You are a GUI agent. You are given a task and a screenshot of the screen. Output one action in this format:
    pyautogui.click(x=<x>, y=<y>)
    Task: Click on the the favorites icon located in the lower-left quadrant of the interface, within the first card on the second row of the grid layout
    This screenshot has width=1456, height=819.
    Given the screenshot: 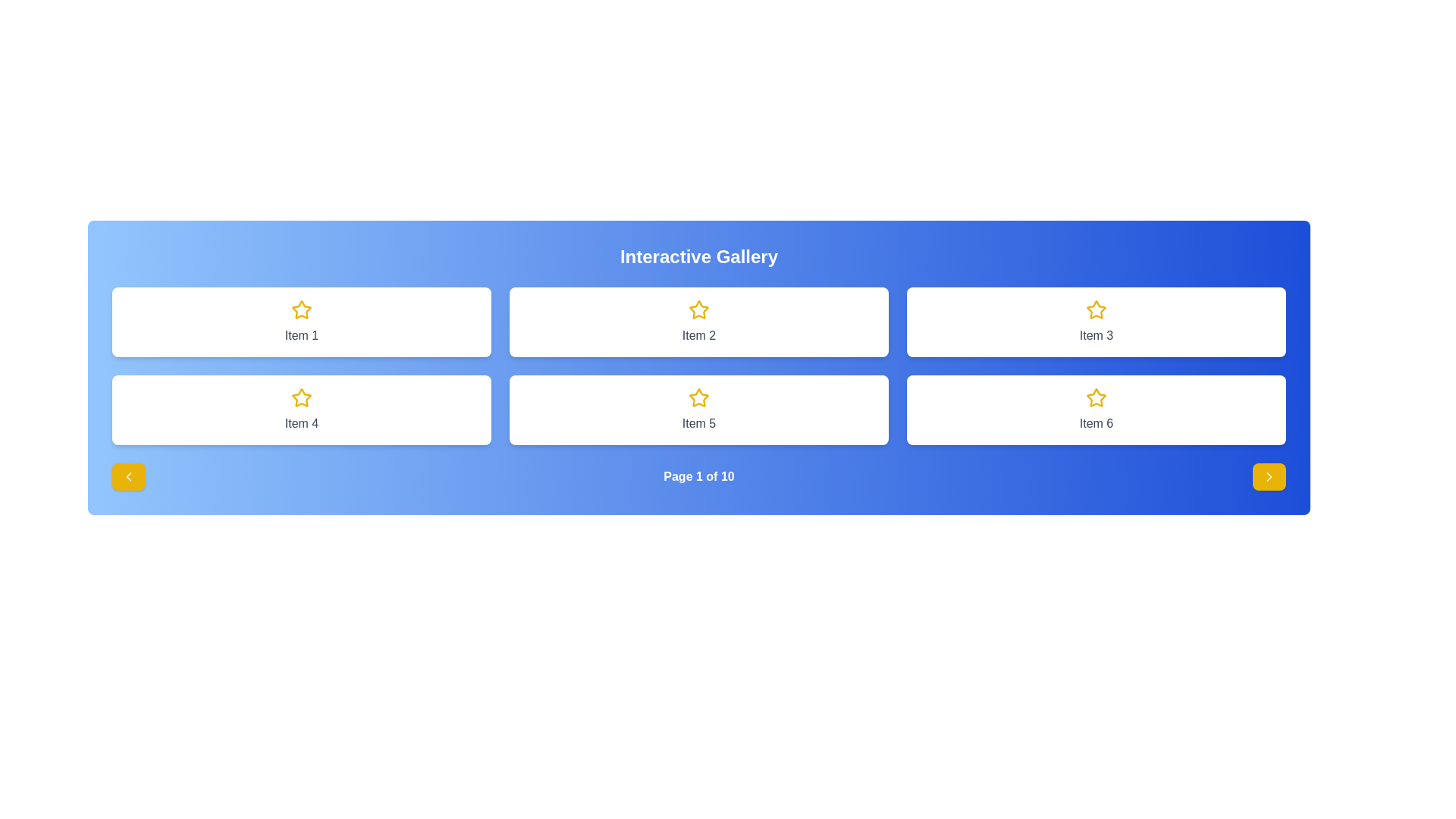 What is the action you would take?
    pyautogui.click(x=302, y=397)
    